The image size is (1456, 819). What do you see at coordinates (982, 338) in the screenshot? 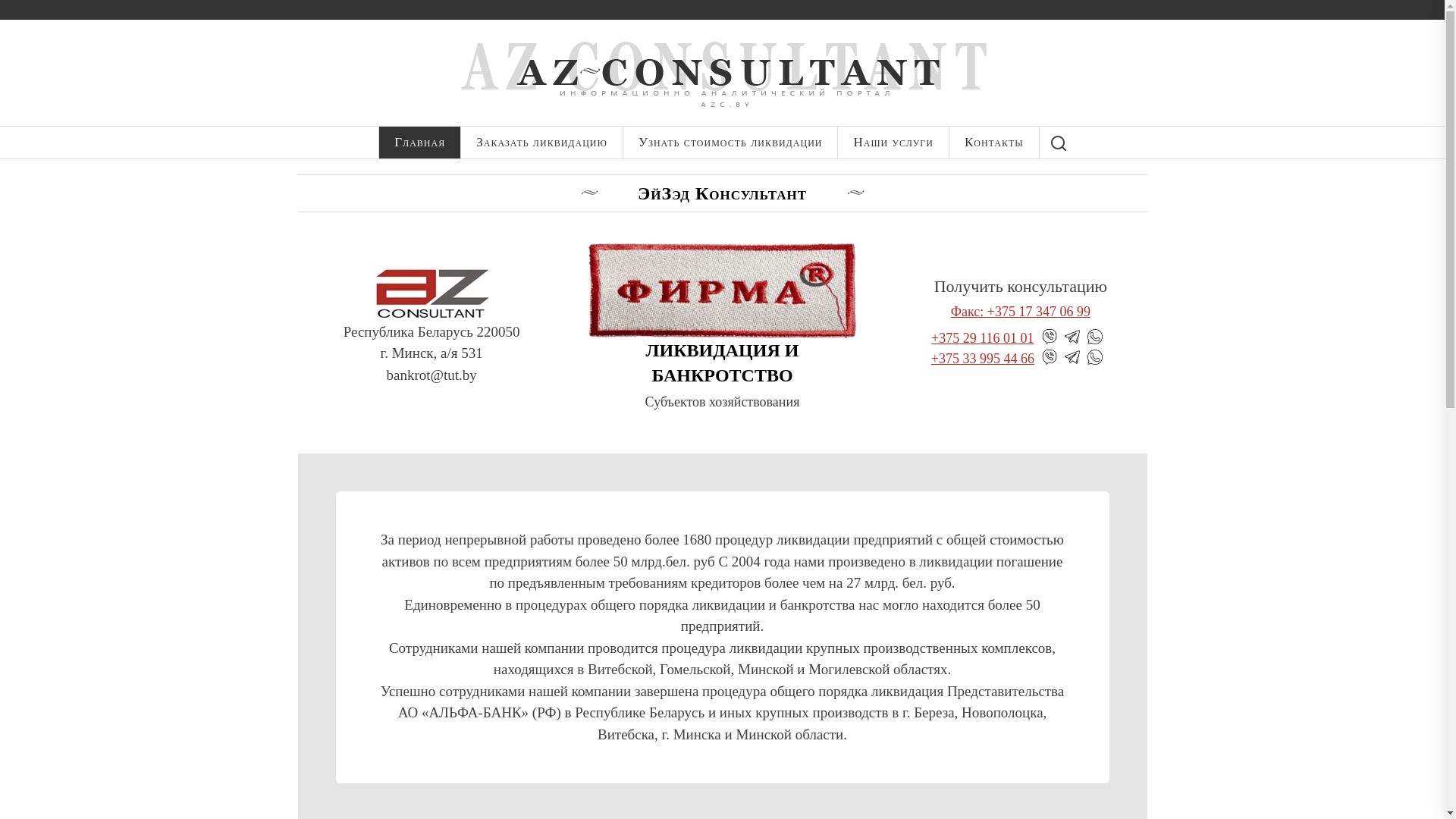
I see `'+375 29 116 01 01'` at bounding box center [982, 338].